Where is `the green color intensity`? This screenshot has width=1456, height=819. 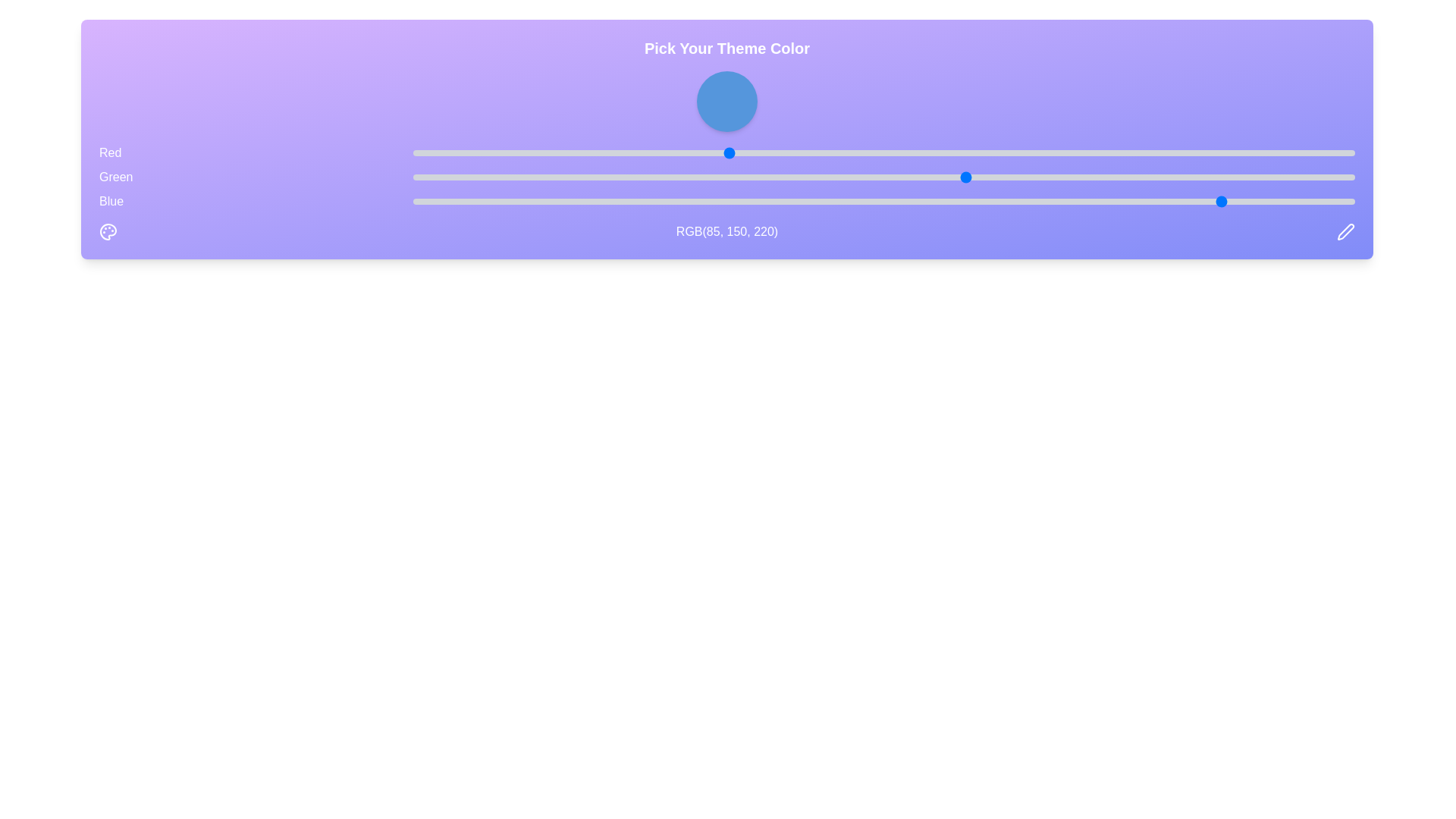
the green color intensity is located at coordinates (1306, 177).